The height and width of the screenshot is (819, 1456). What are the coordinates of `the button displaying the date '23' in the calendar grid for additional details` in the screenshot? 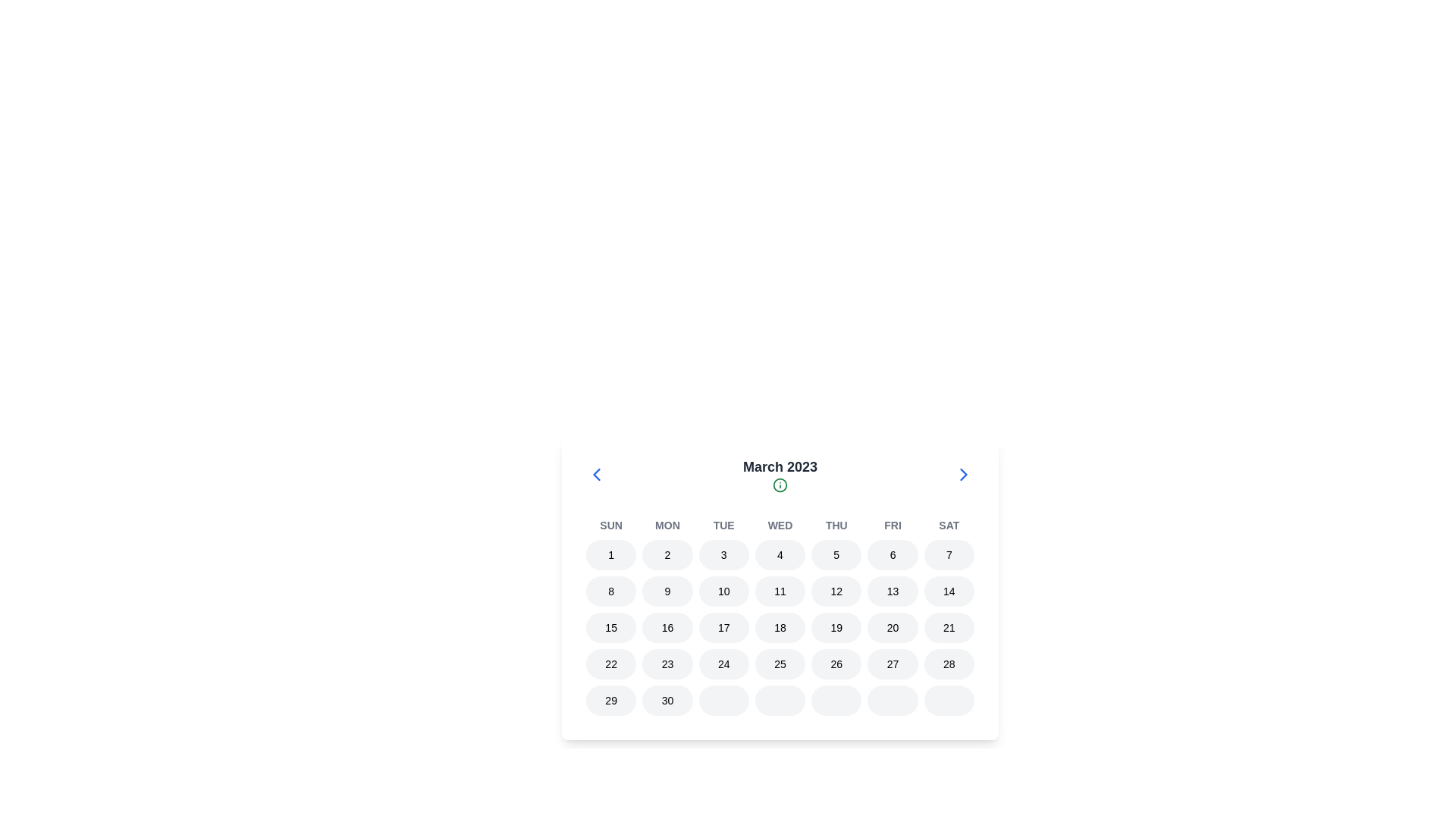 It's located at (667, 663).